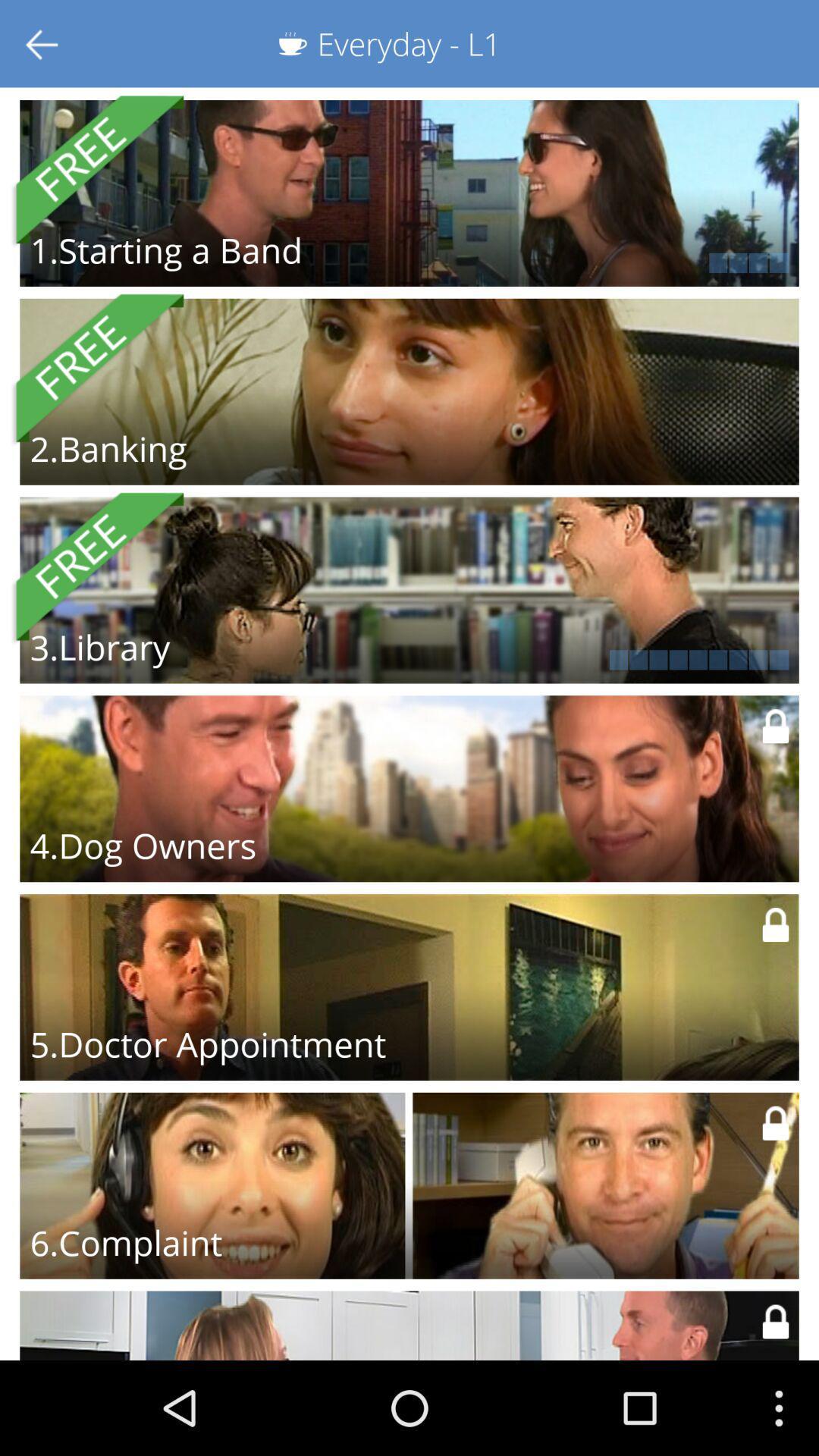 This screenshot has width=819, height=1456. What do you see at coordinates (143, 845) in the screenshot?
I see `the 4.dog owners icon` at bounding box center [143, 845].